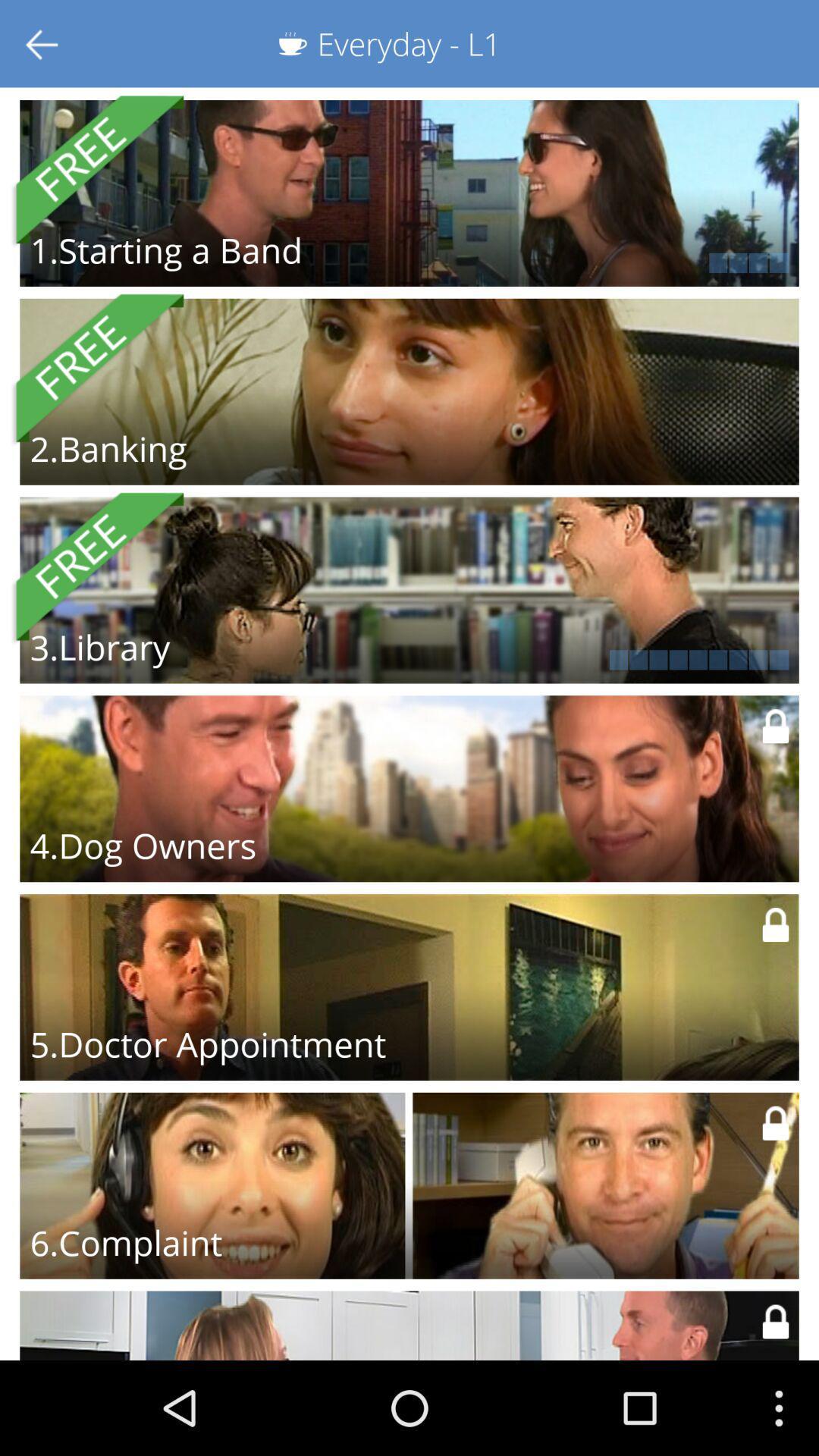 This screenshot has width=819, height=1456. What do you see at coordinates (143, 845) in the screenshot?
I see `the 4.dog owners icon` at bounding box center [143, 845].